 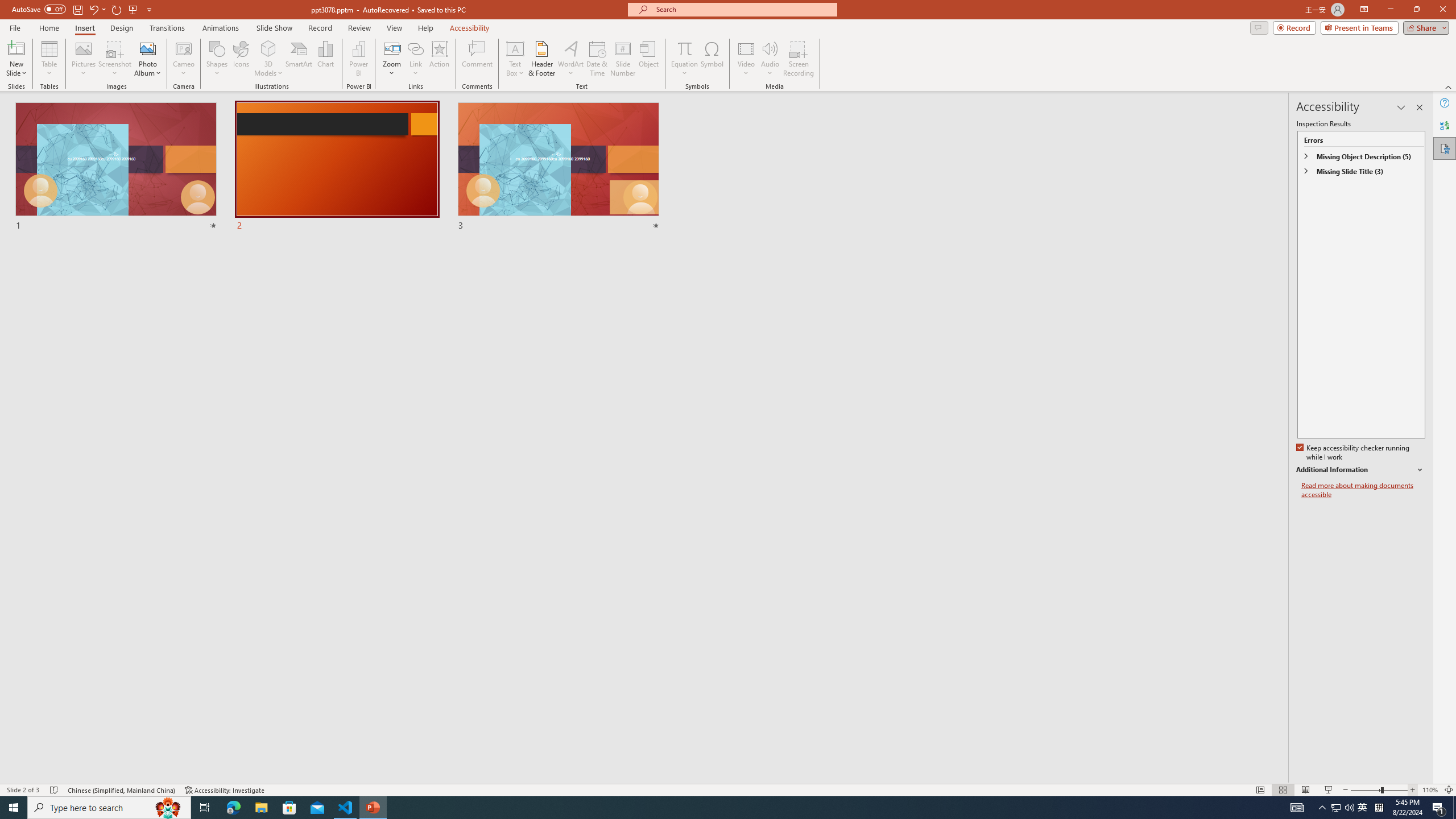 I want to click on 'Symbol...', so click(x=712, y=59).